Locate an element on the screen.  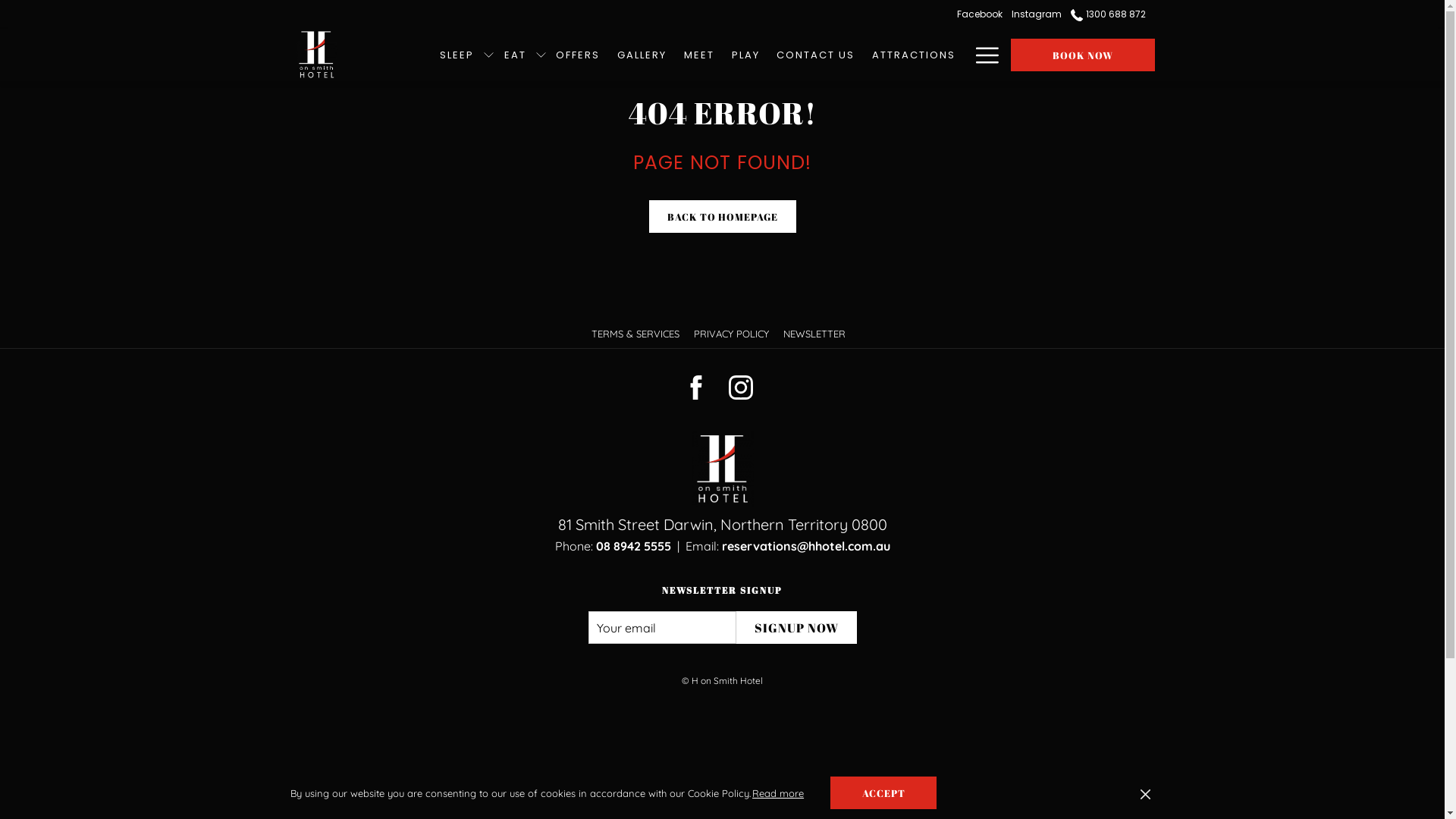
'TERMS & SERVICES' is located at coordinates (637, 332).